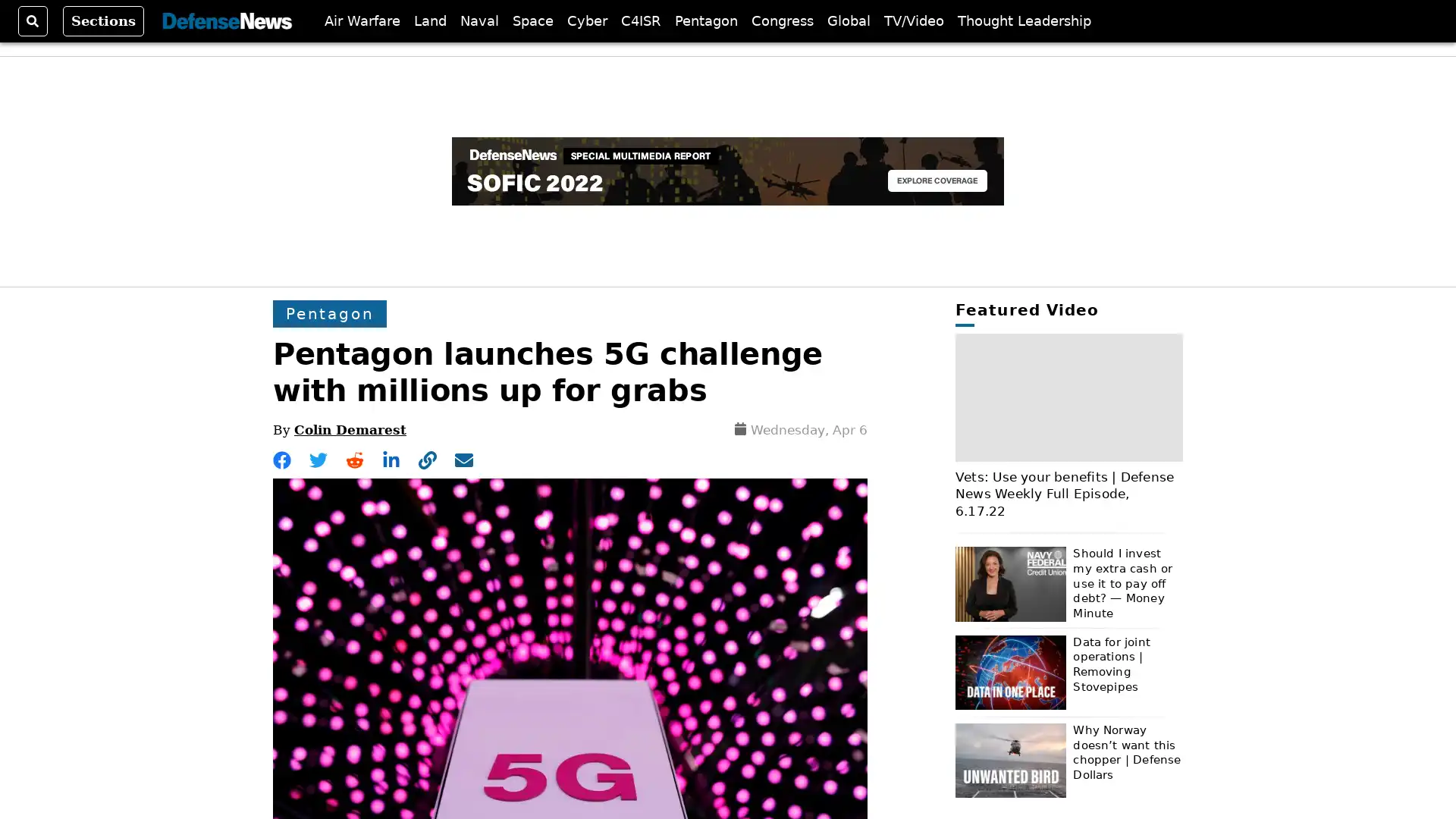 This screenshot has height=819, width=1456. Describe the element at coordinates (102, 20) in the screenshot. I see `Sections` at that location.